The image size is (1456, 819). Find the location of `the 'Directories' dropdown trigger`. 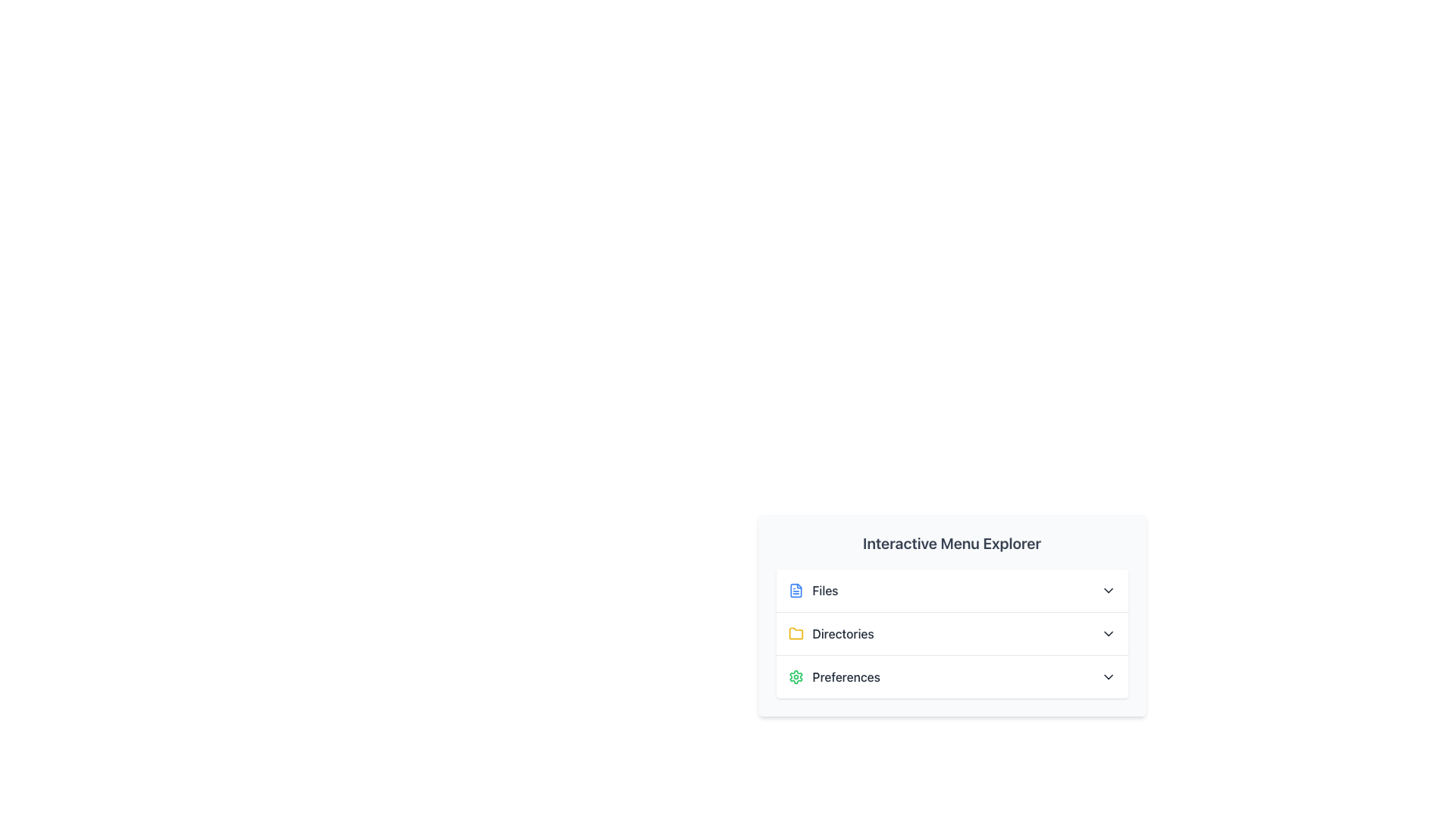

the 'Directories' dropdown trigger is located at coordinates (951, 634).